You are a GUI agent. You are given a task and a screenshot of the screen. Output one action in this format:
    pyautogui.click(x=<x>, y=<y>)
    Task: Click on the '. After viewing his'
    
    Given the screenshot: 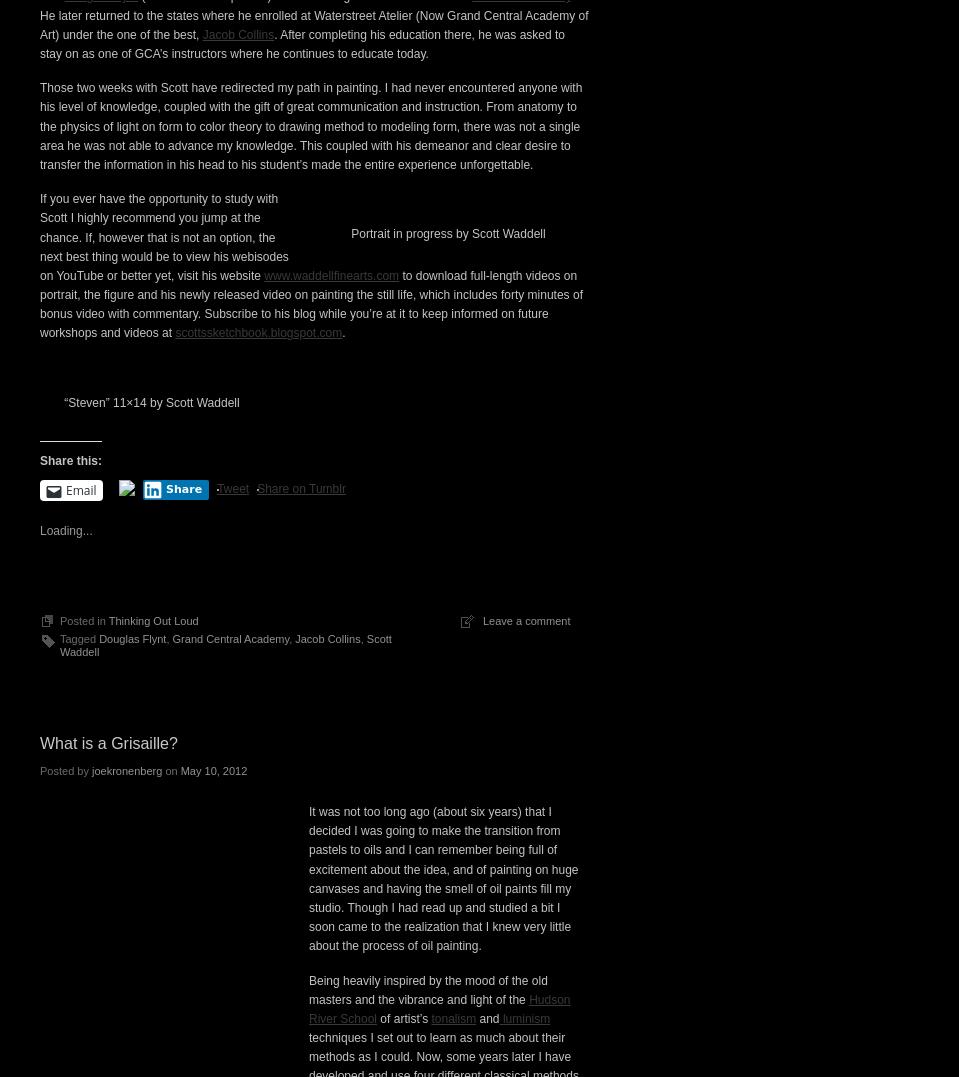 What is the action you would take?
    pyautogui.click(x=538, y=250)
    